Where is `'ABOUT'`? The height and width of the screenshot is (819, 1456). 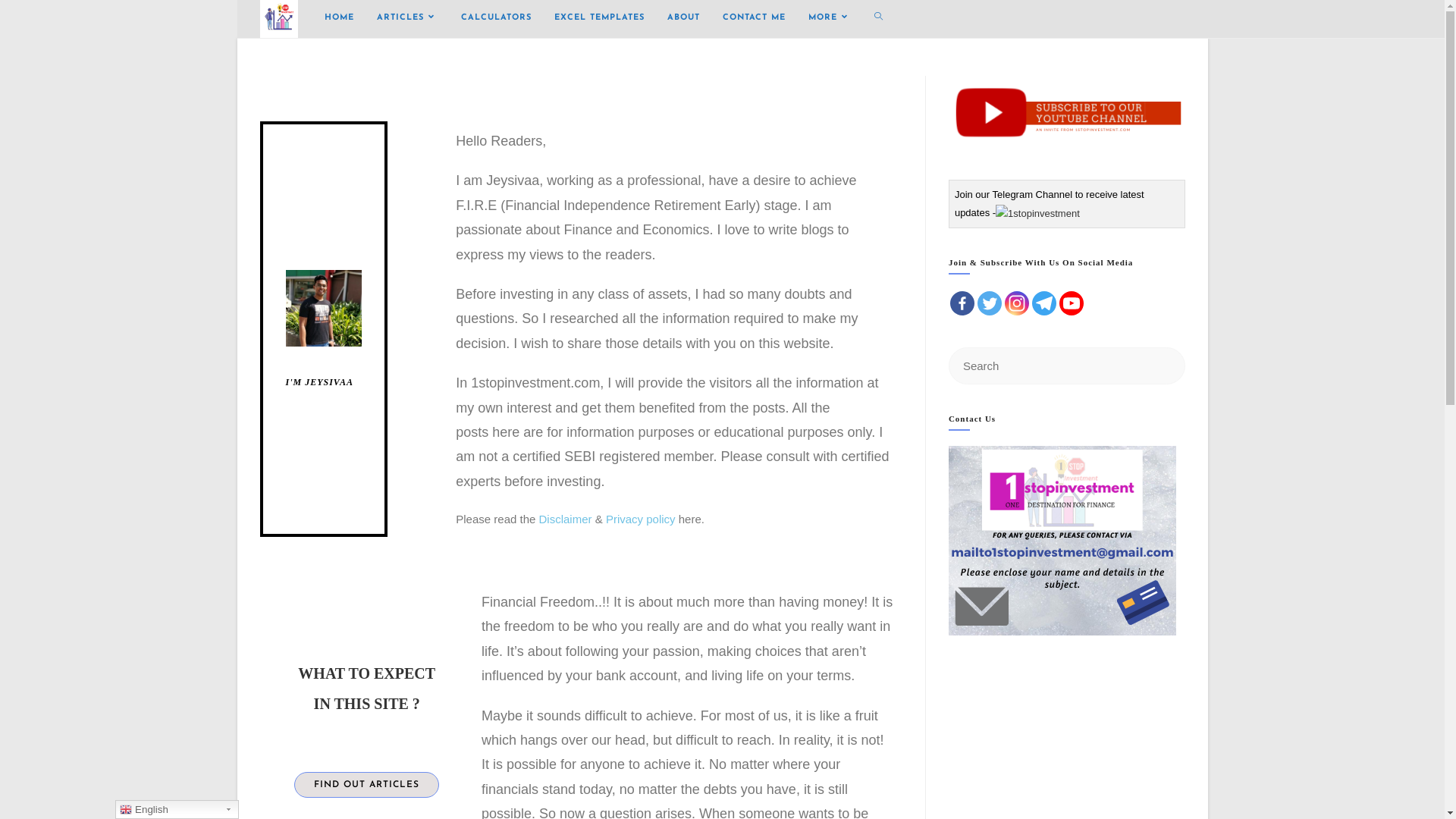 'ABOUT' is located at coordinates (682, 17).